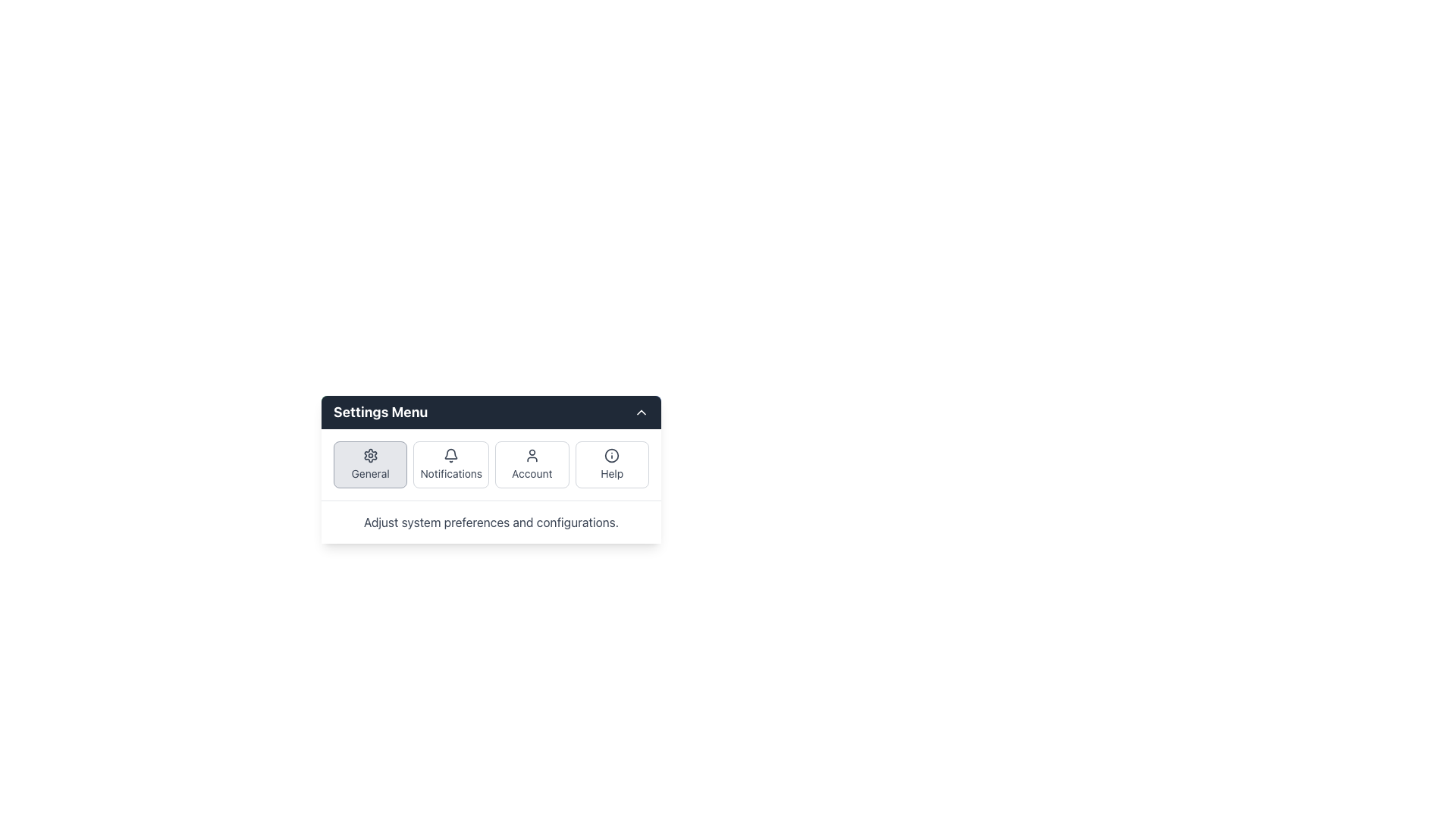  I want to click on the circular graphic element of the 'Help' icon located at the bottom right corner of the settings menu, so click(612, 455).